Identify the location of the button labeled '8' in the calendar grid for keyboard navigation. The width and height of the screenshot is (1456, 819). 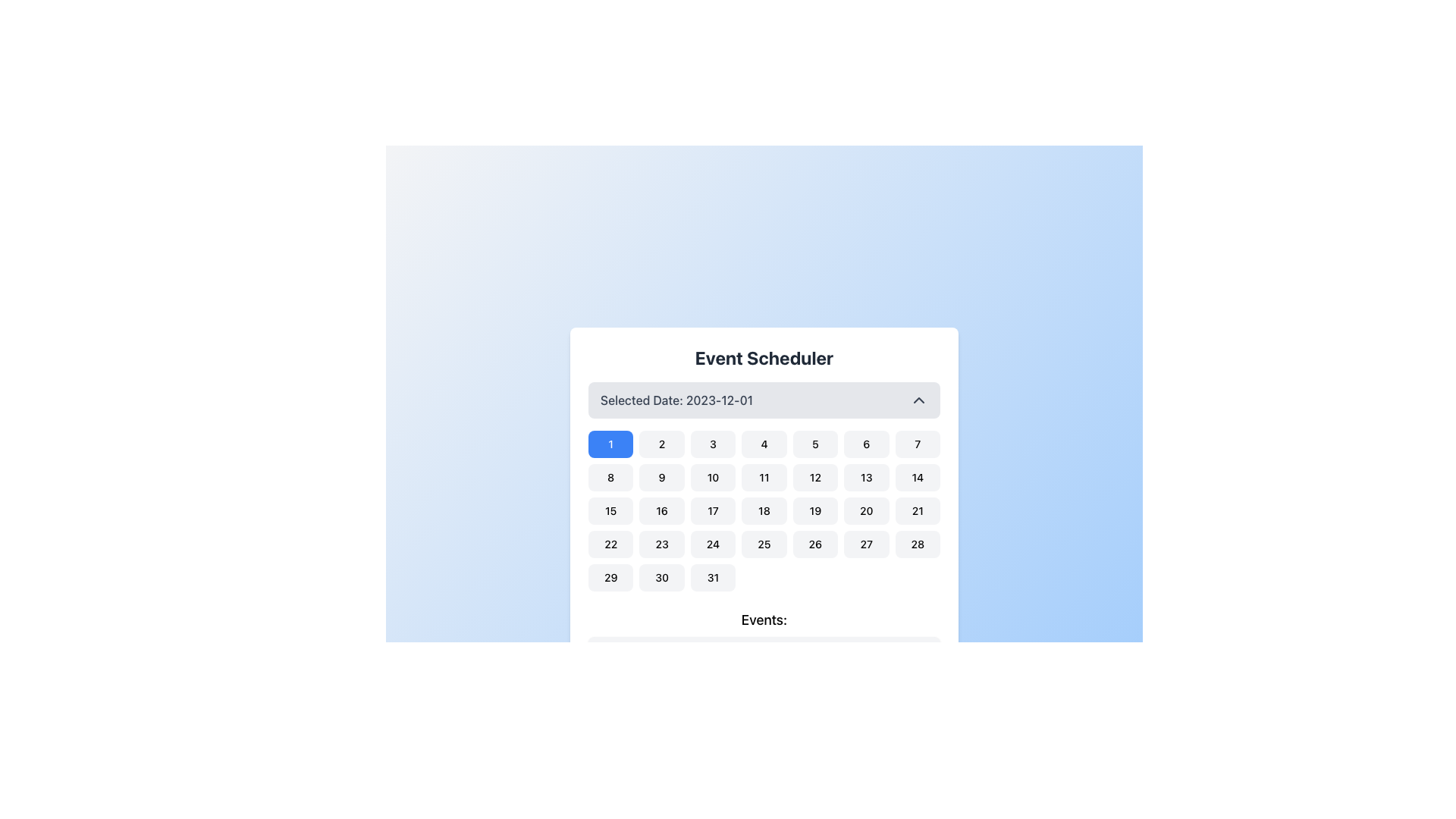
(610, 476).